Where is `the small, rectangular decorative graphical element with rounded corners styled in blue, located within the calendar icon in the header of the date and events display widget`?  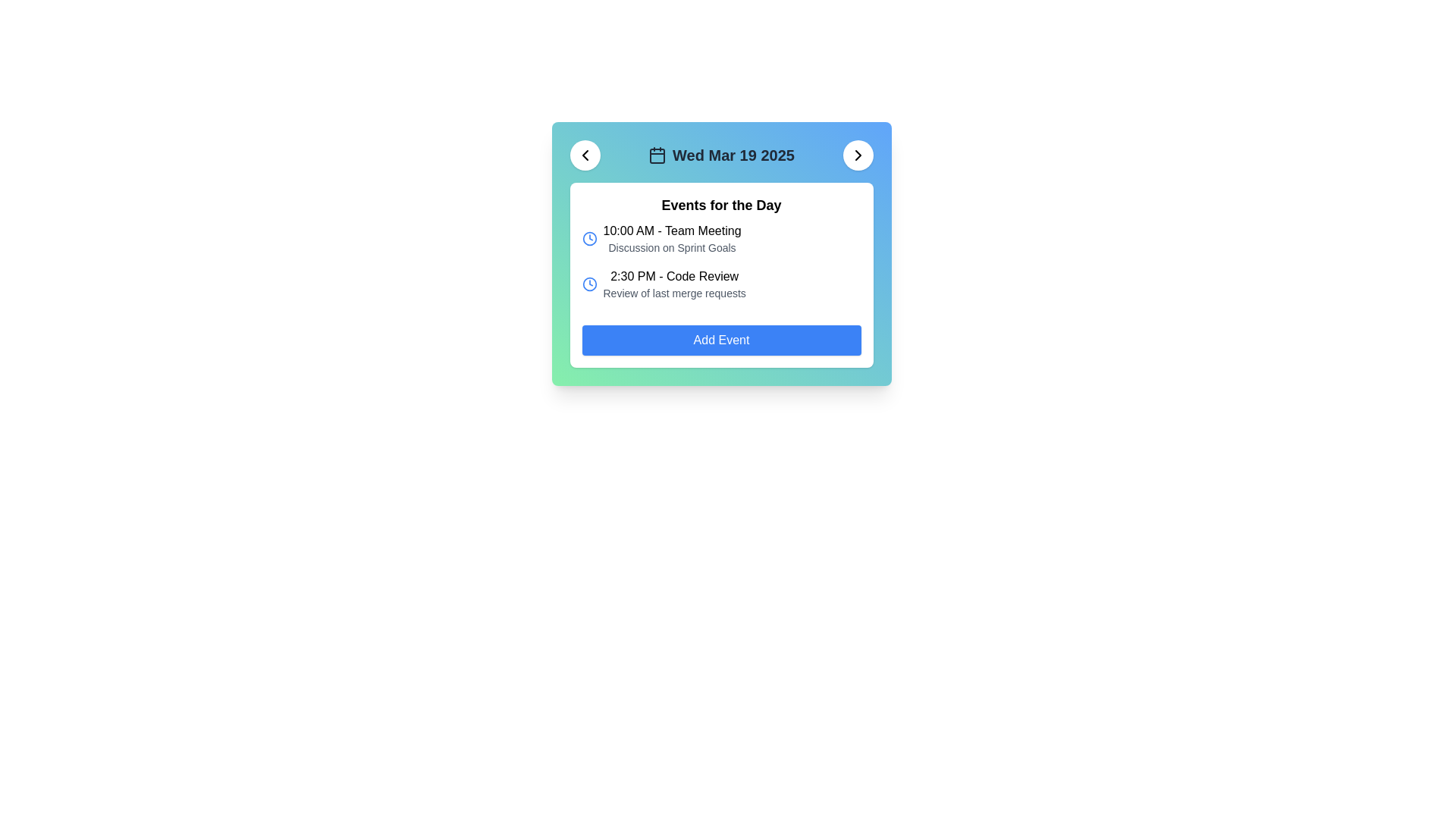
the small, rectangular decorative graphical element with rounded corners styled in blue, located within the calendar icon in the header of the date and events display widget is located at coordinates (657, 155).